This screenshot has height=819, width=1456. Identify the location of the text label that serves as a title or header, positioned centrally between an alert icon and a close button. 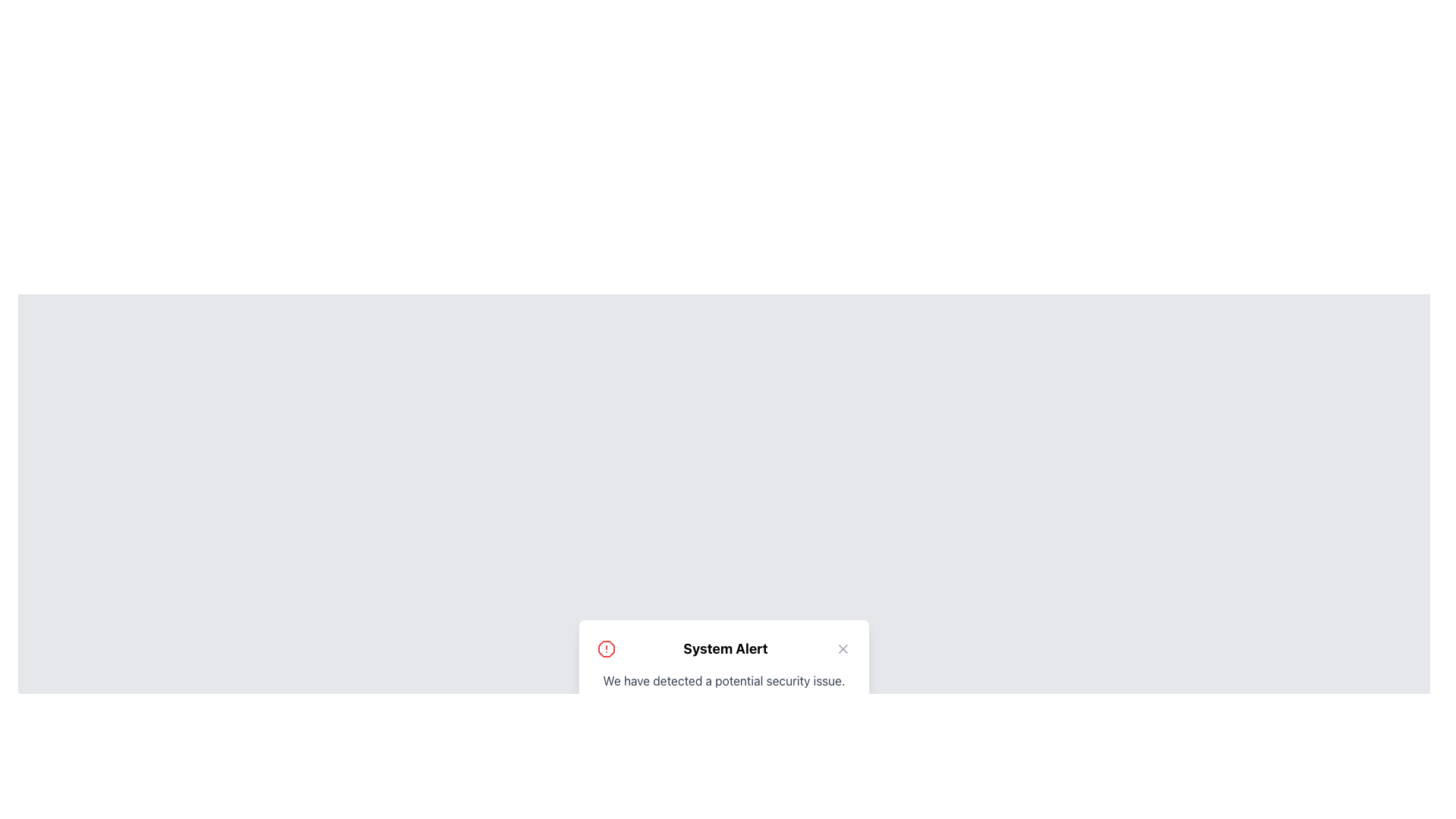
(724, 648).